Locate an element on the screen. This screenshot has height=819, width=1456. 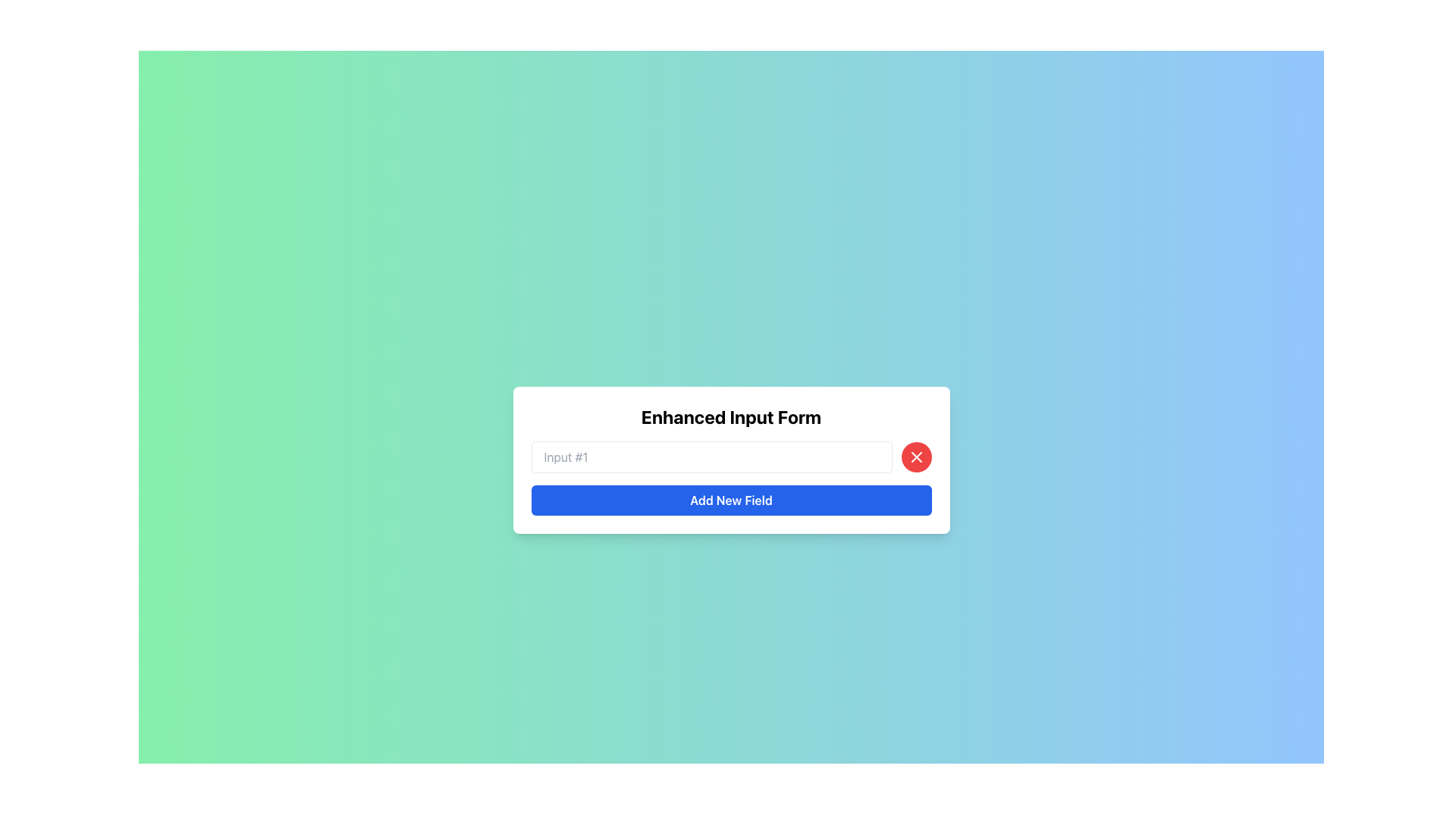
the red circular button with a white 'X' symbol is located at coordinates (915, 456).